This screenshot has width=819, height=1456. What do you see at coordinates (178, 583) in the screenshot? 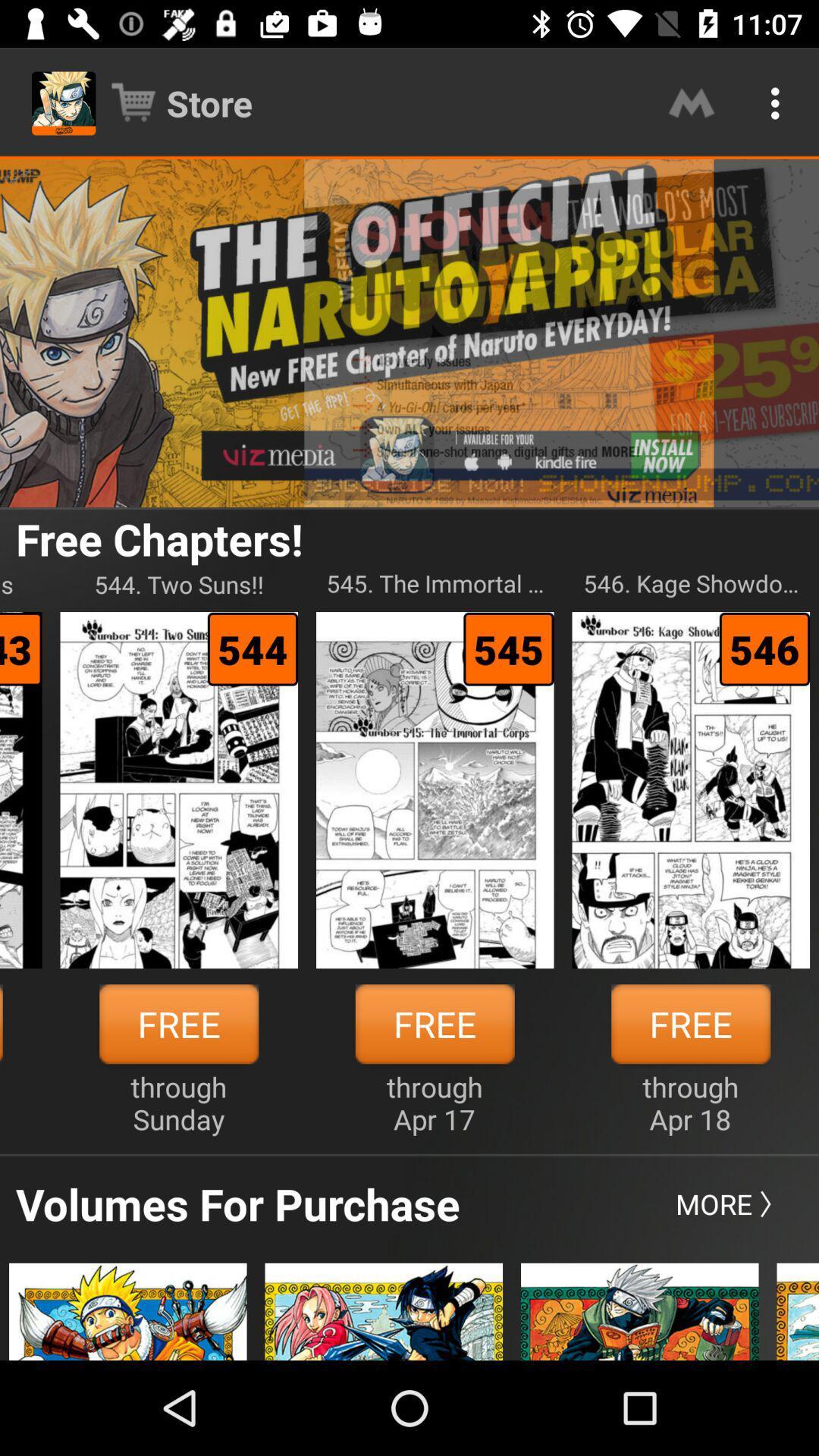
I see `the 544. two suns!!` at bounding box center [178, 583].